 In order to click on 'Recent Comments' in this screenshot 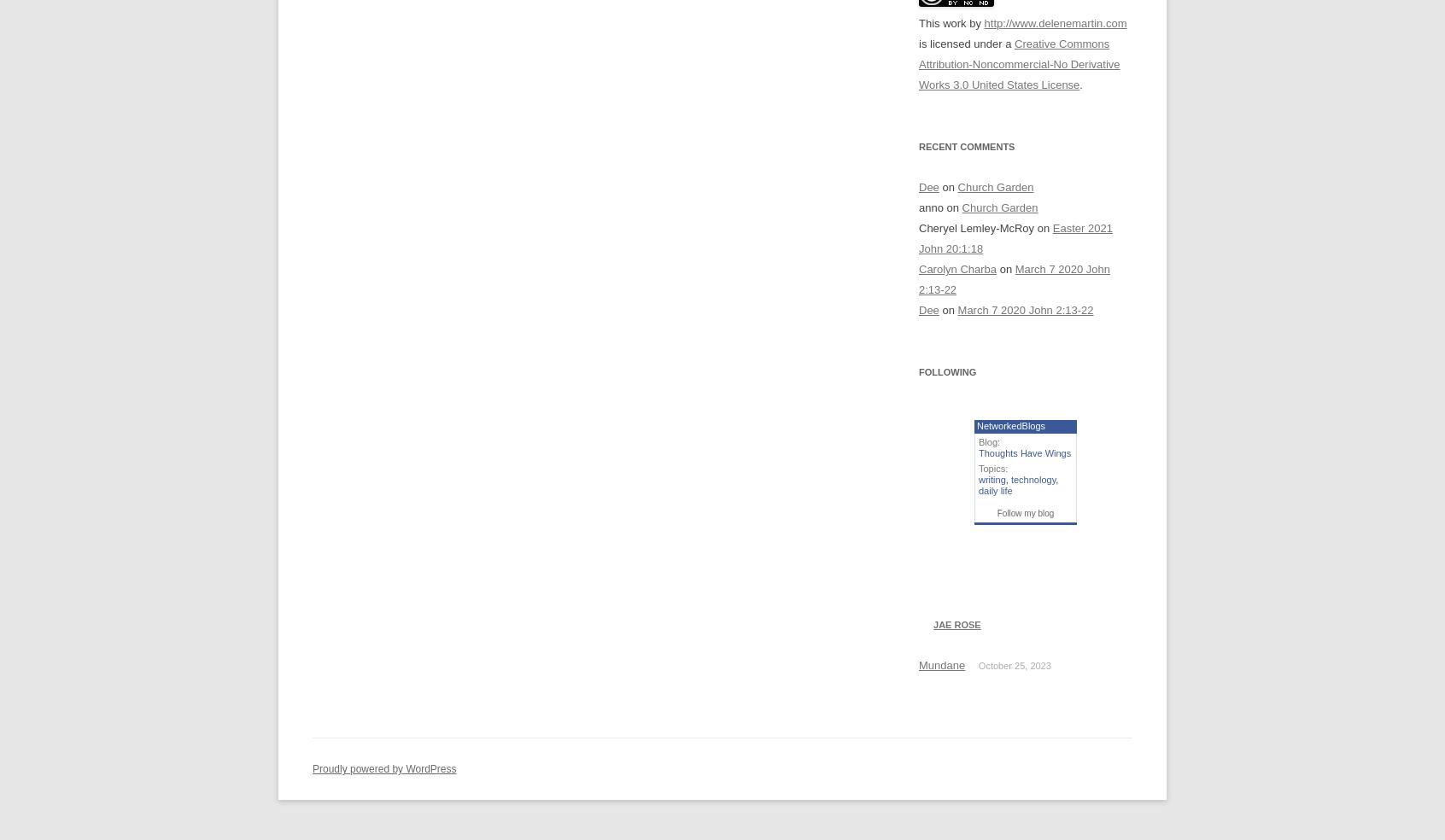, I will do `click(965, 147)`.